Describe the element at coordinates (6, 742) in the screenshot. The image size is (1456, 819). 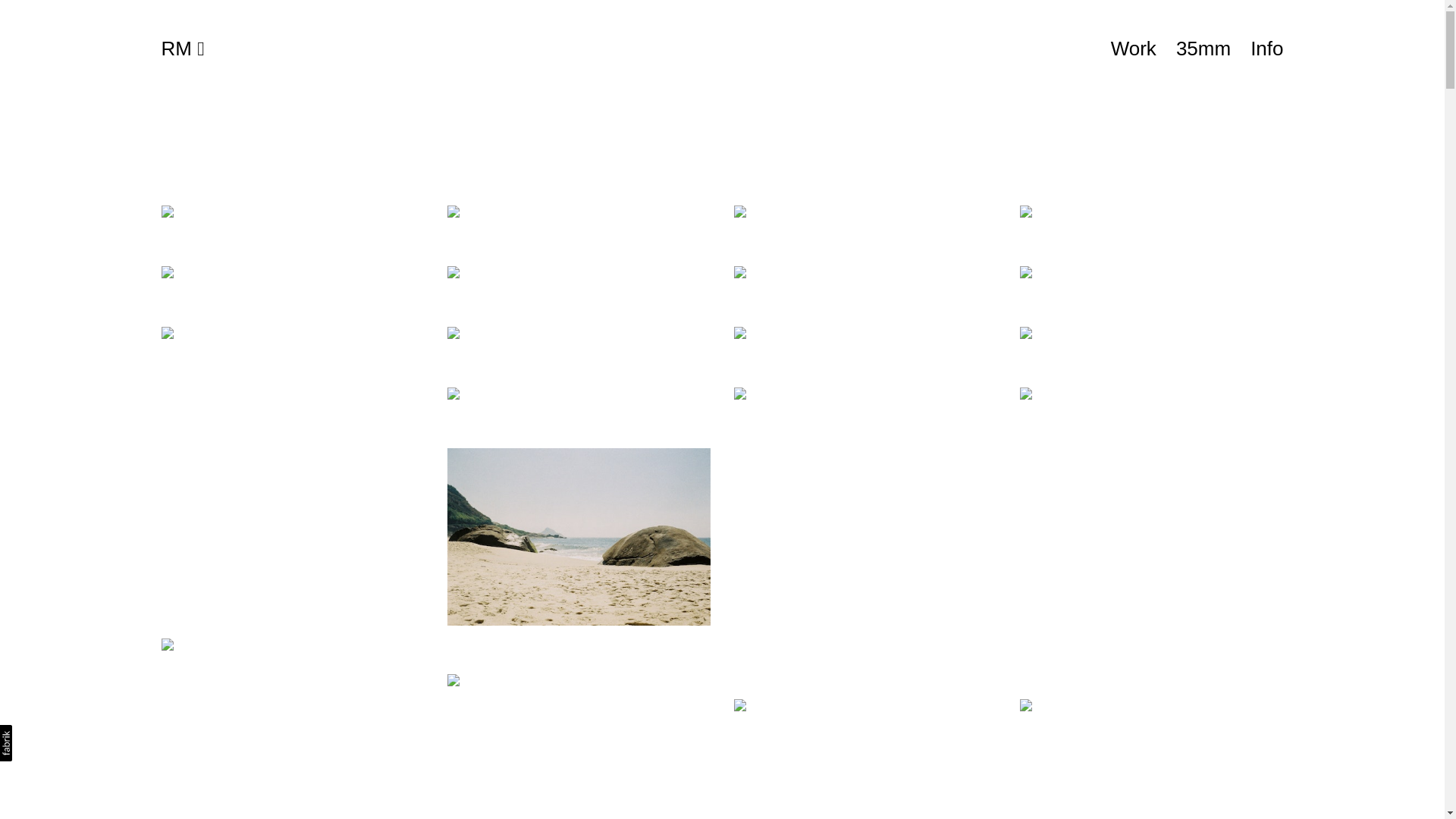
I see `'Created with Fabrik'` at that location.